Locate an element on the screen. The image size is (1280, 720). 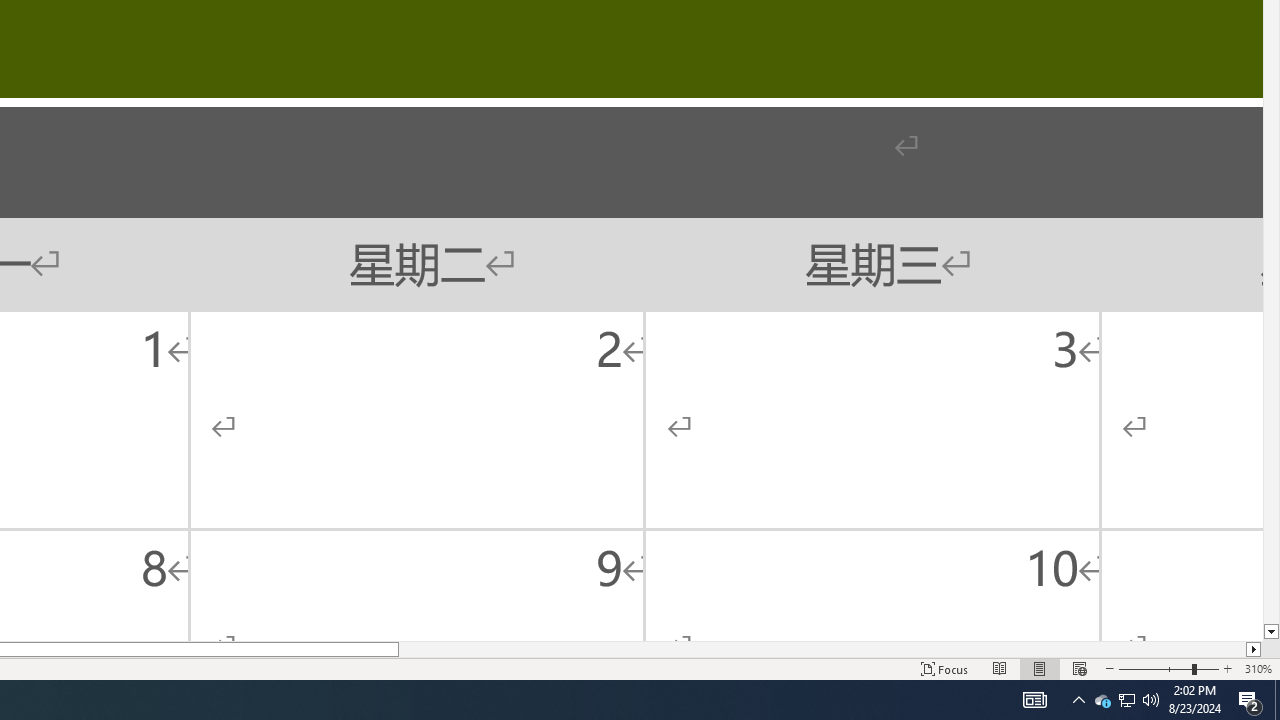
'Column right' is located at coordinates (1253, 649).